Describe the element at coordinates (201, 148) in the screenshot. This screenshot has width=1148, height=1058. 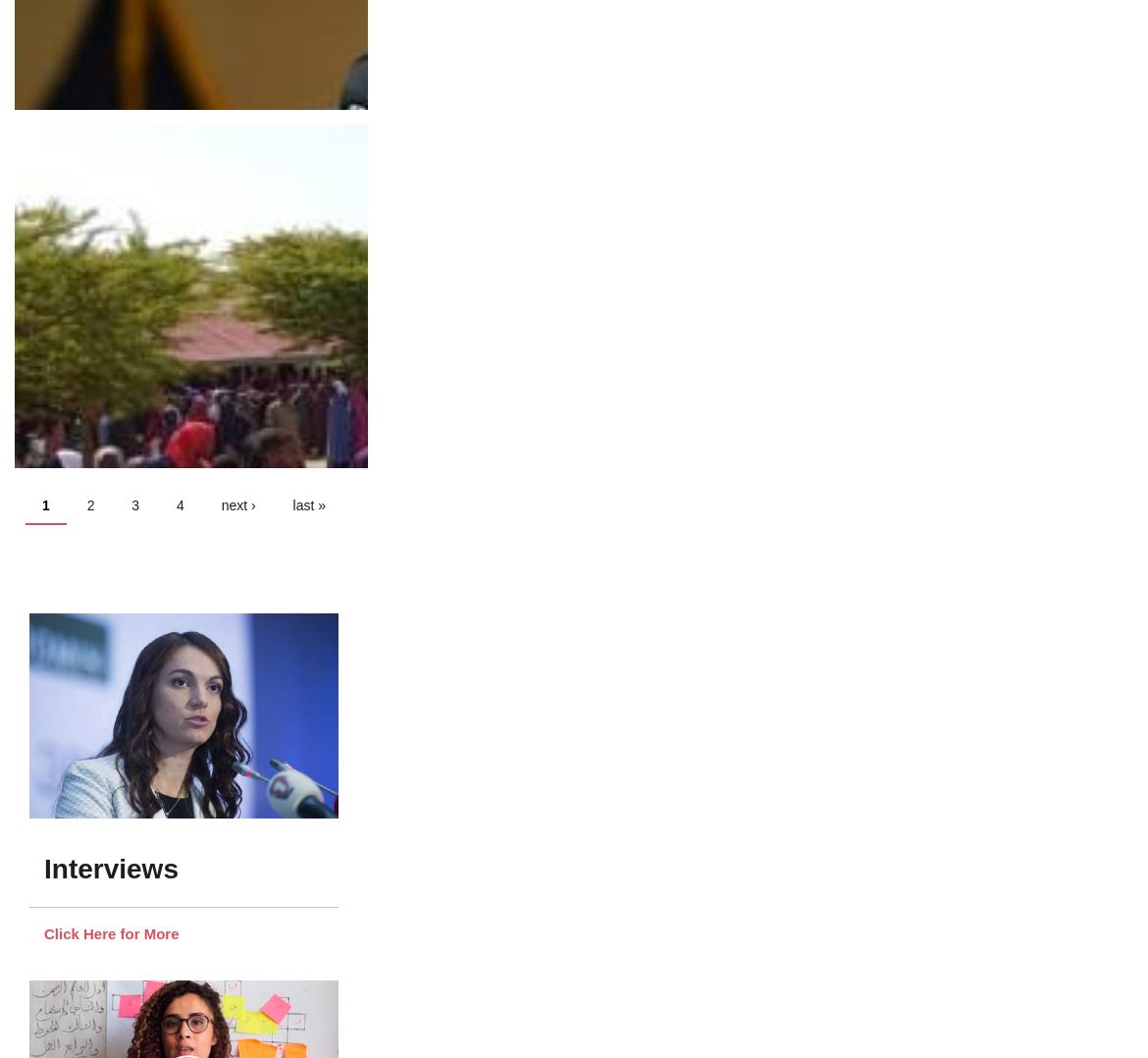
I see `'Hope for women in Fiji's 2022/2023 general election'` at that location.